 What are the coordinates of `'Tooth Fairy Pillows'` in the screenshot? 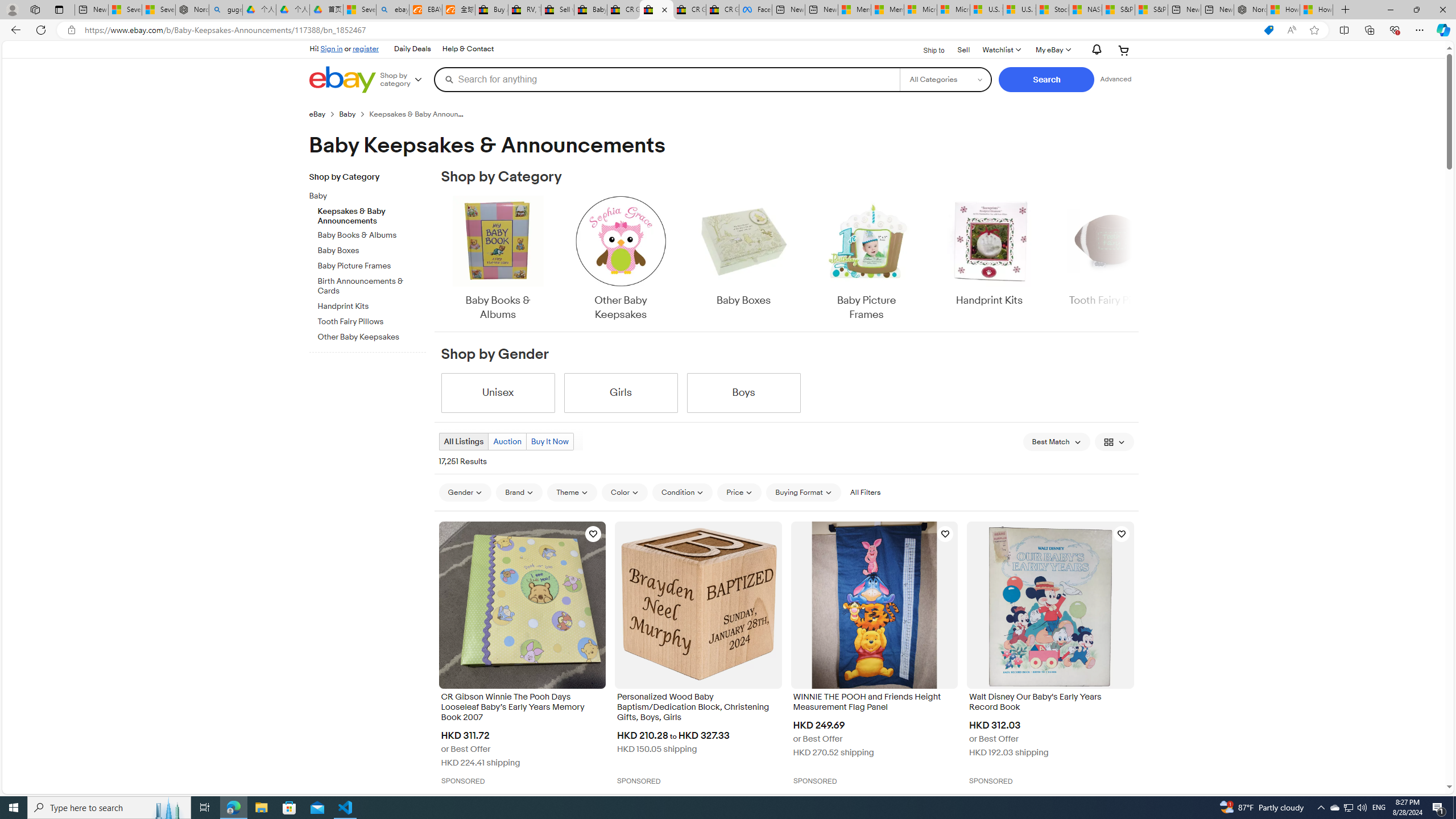 It's located at (371, 322).